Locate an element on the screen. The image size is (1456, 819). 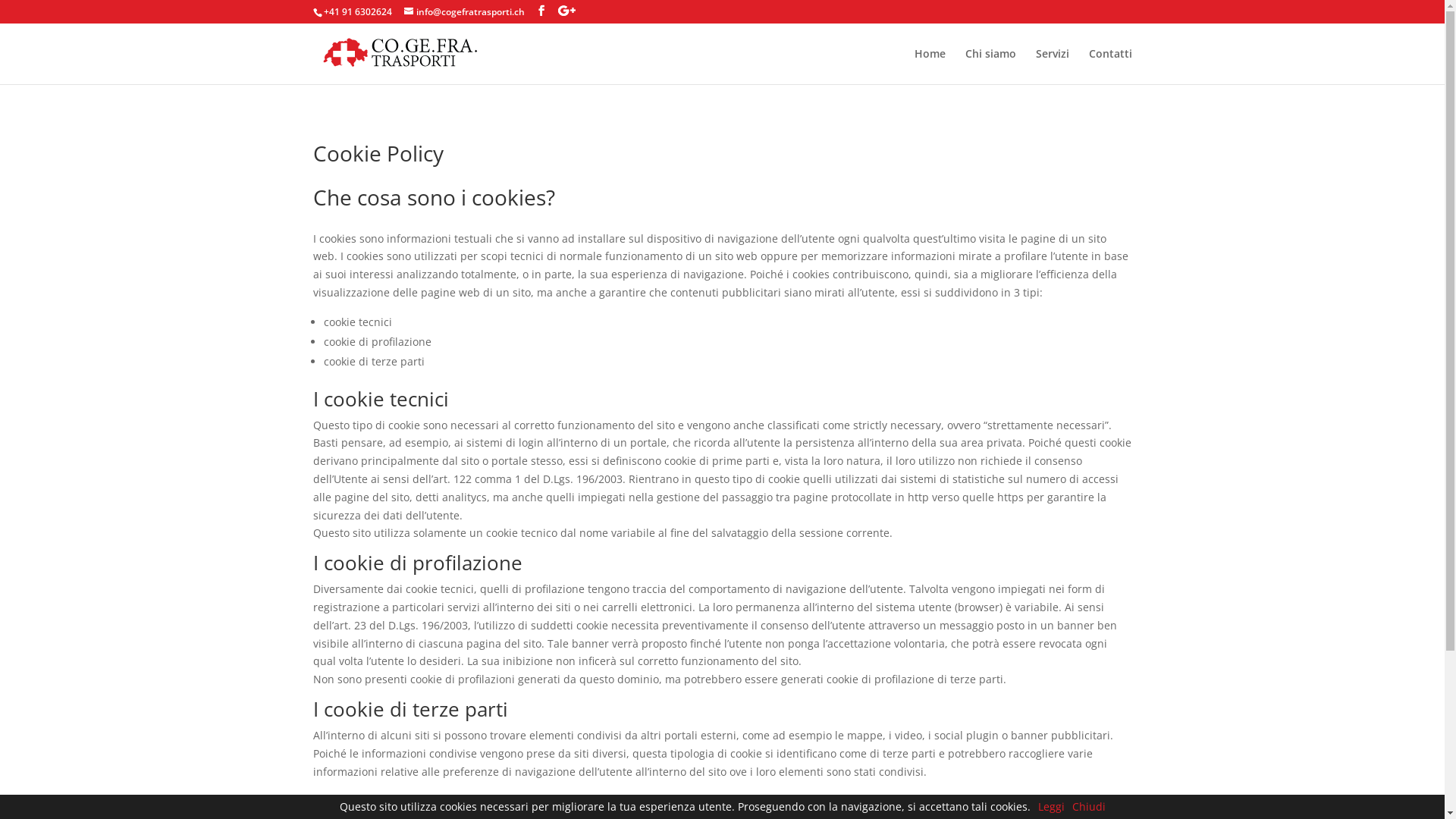
'Chiudi' is located at coordinates (1087, 805).